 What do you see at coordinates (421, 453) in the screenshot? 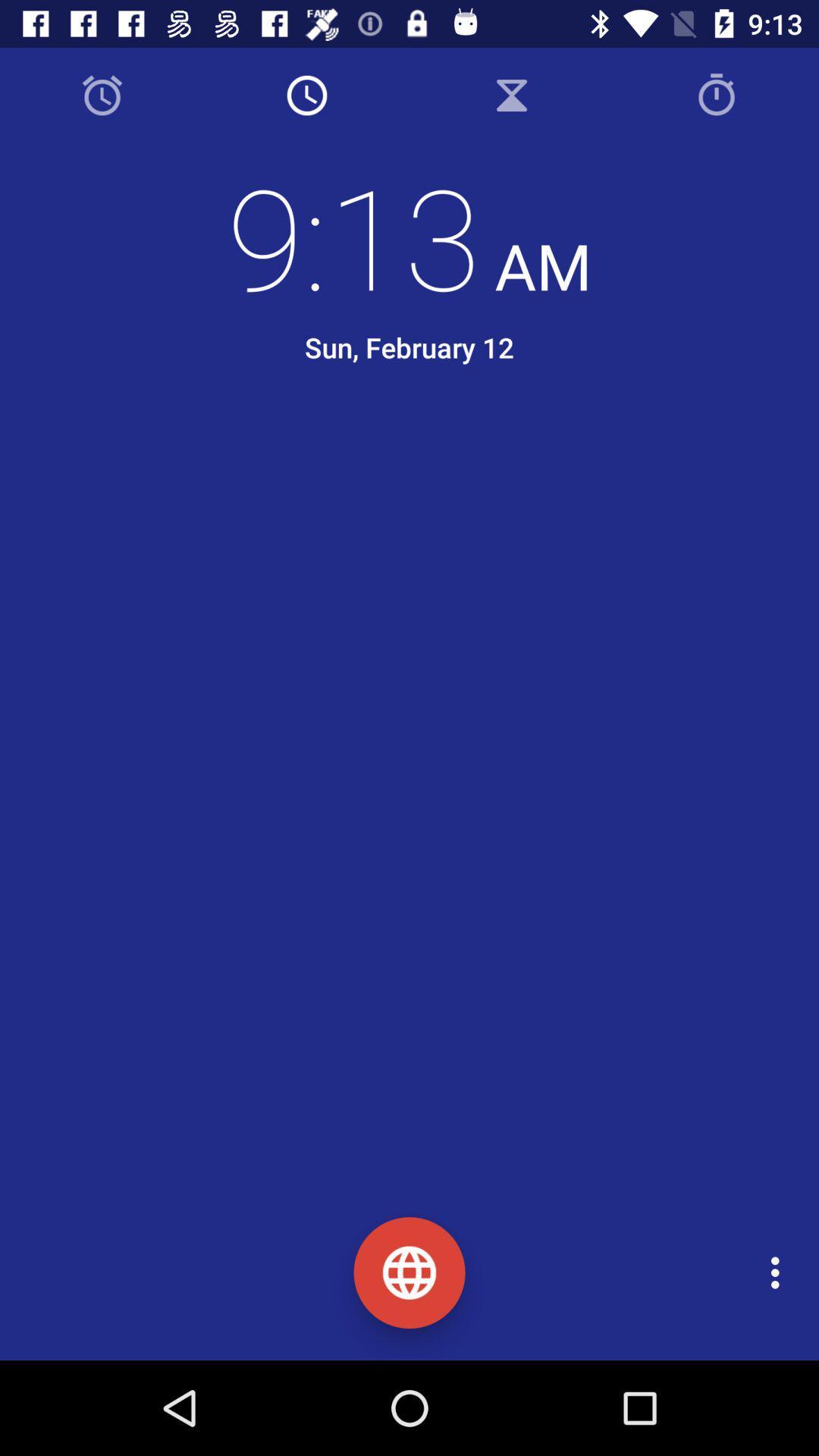
I see `the icon below the sun, february 12` at bounding box center [421, 453].